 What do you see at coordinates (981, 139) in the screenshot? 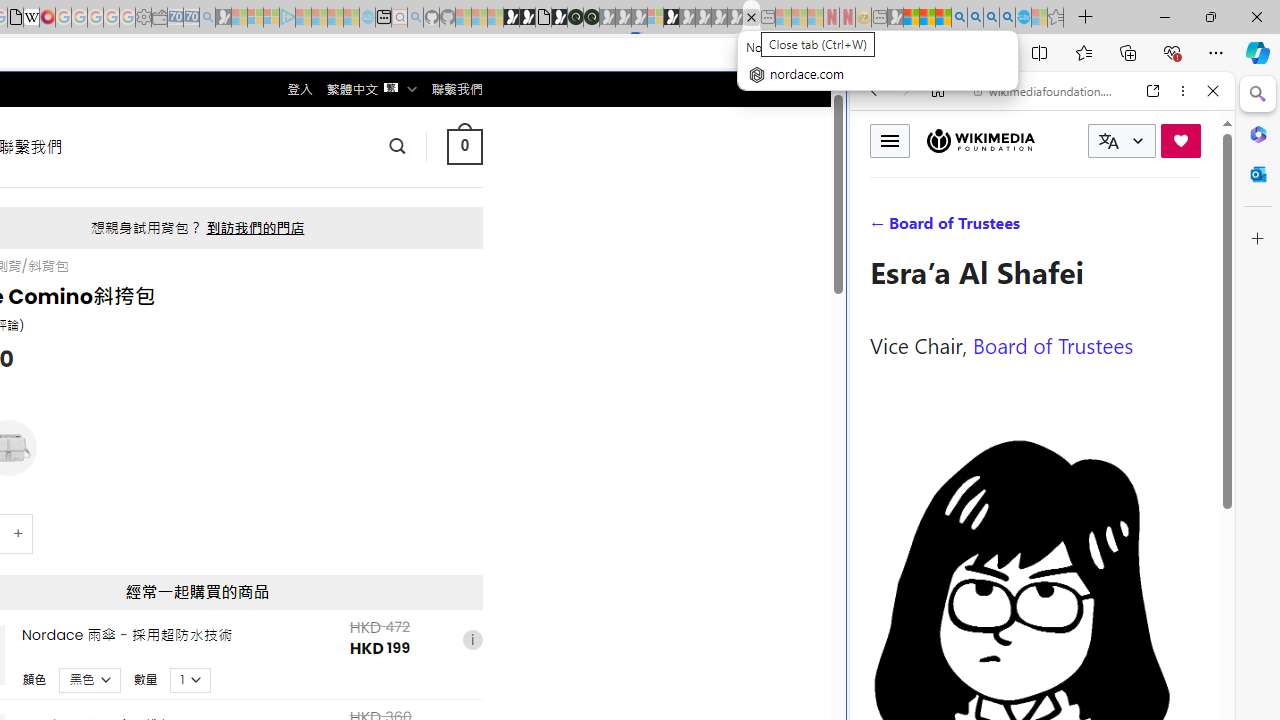
I see `'Wikimedia Foundation'` at bounding box center [981, 139].